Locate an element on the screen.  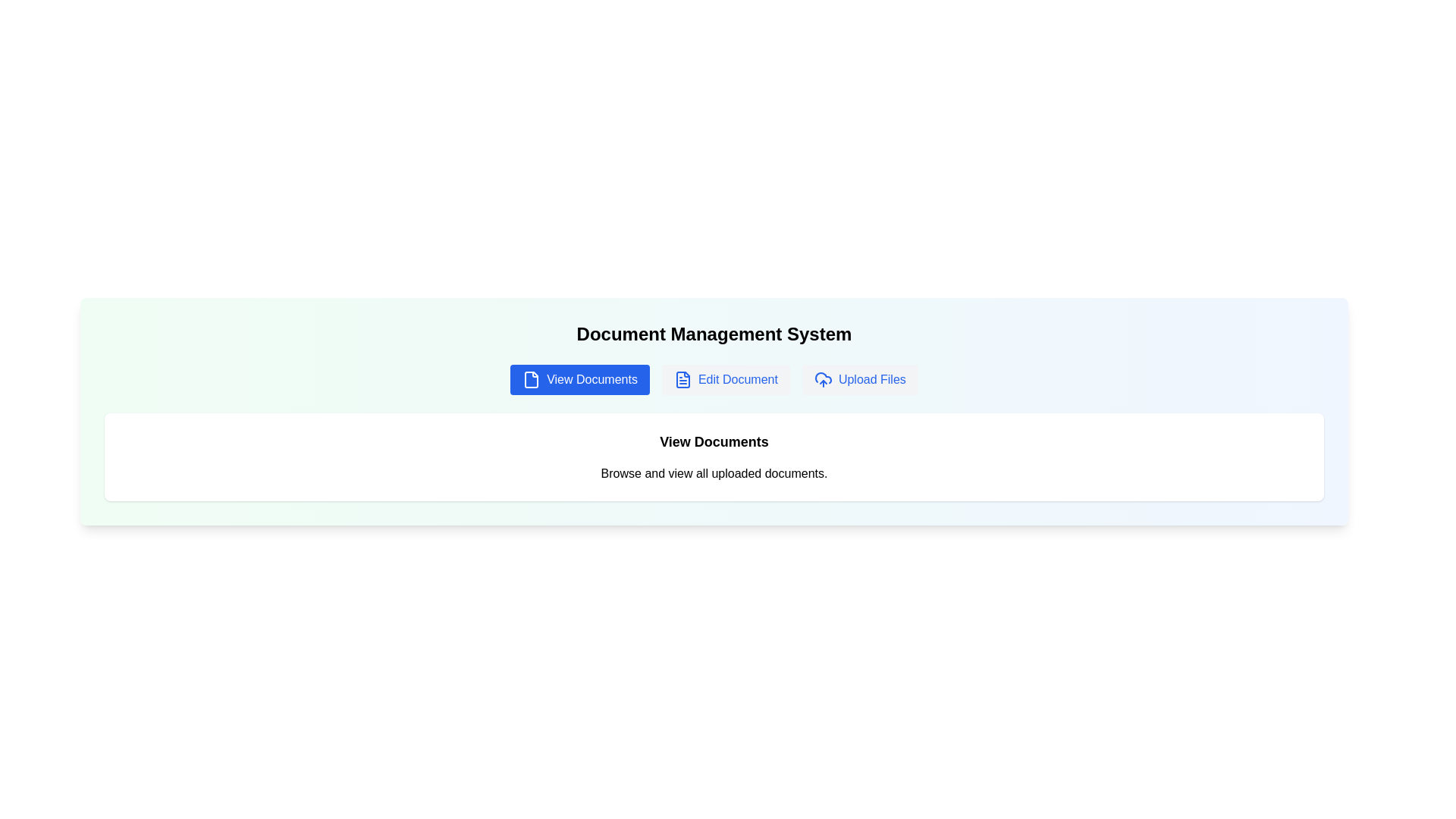
the View Documents tab to interact with it is located at coordinates (579, 379).